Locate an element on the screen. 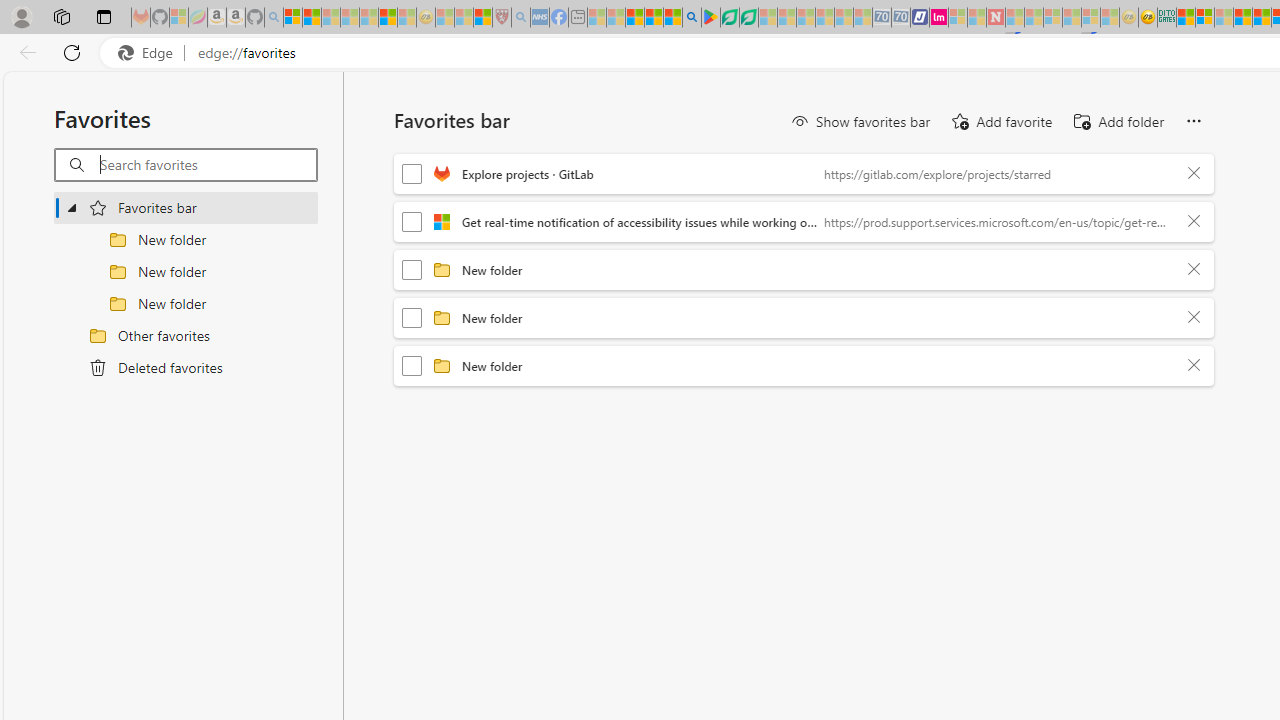  'The Weather Channel - MSN - Sleeping' is located at coordinates (331, 17).